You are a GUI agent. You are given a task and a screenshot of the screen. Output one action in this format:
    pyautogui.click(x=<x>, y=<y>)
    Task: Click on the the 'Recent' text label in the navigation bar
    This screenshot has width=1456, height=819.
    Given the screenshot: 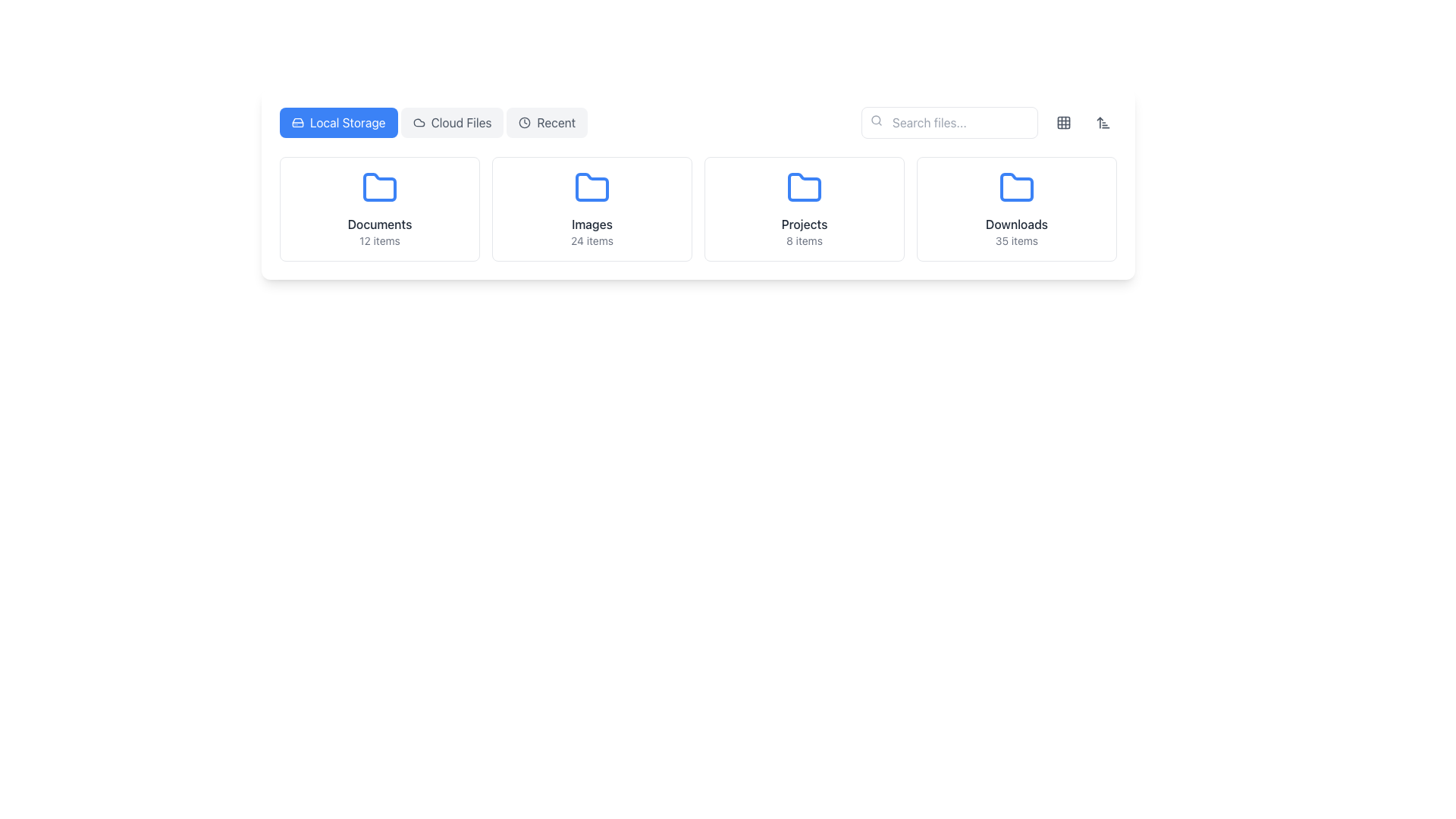 What is the action you would take?
    pyautogui.click(x=555, y=122)
    